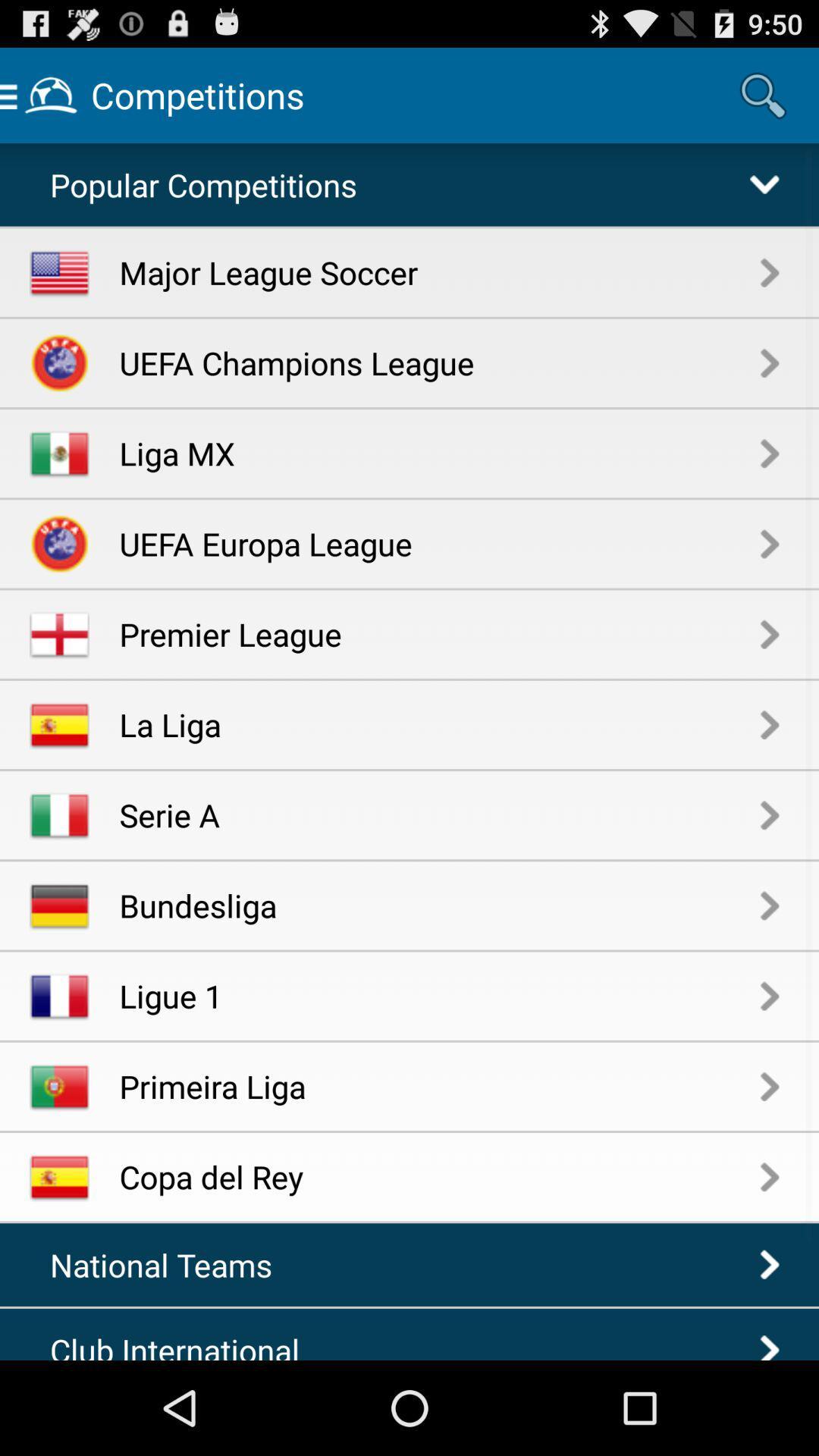 The image size is (819, 1456). What do you see at coordinates (440, 452) in the screenshot?
I see `app below the uefa champions league icon` at bounding box center [440, 452].